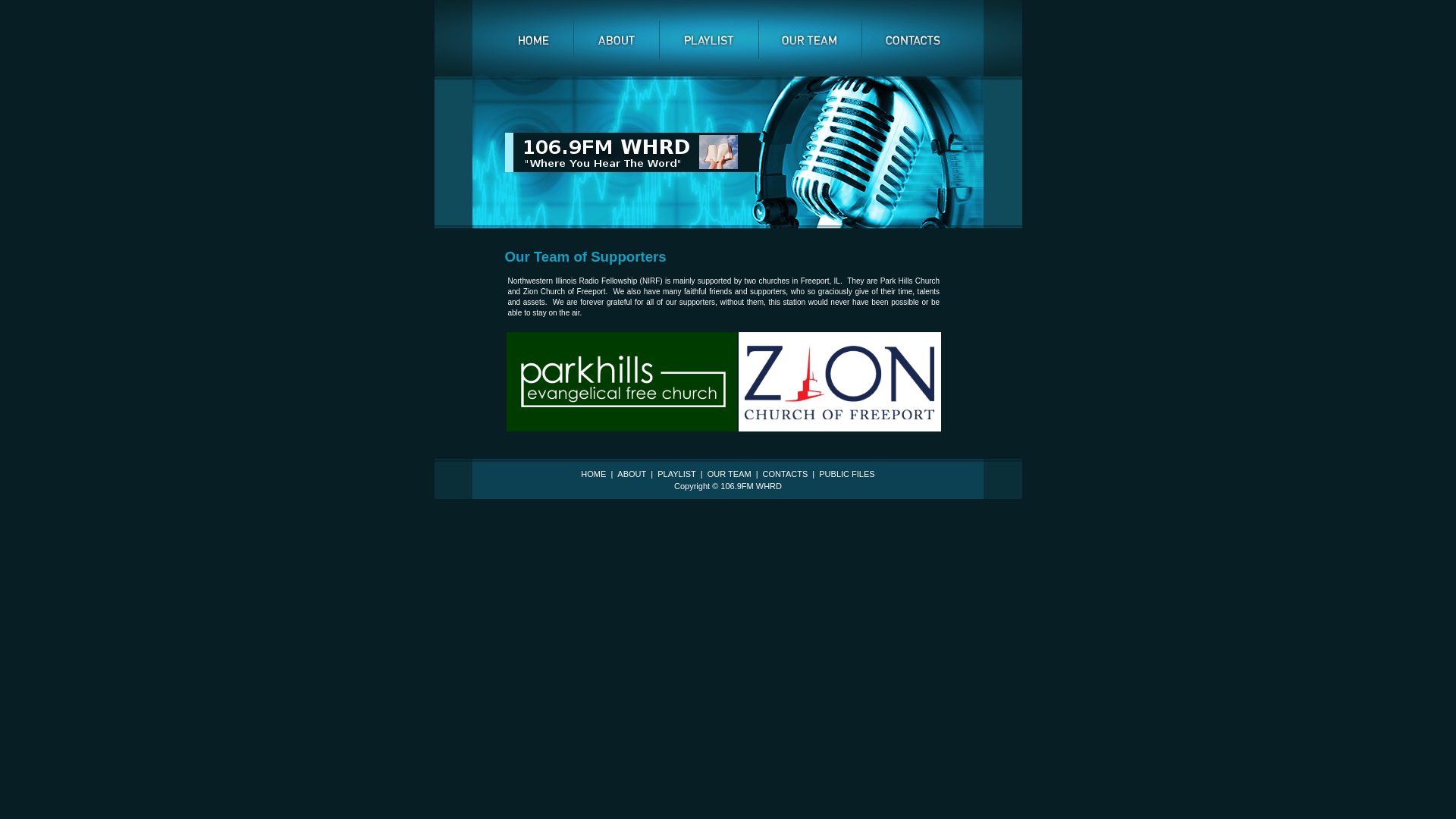 The image size is (1456, 819). Describe the element at coordinates (616, 39) in the screenshot. I see `'about'` at that location.